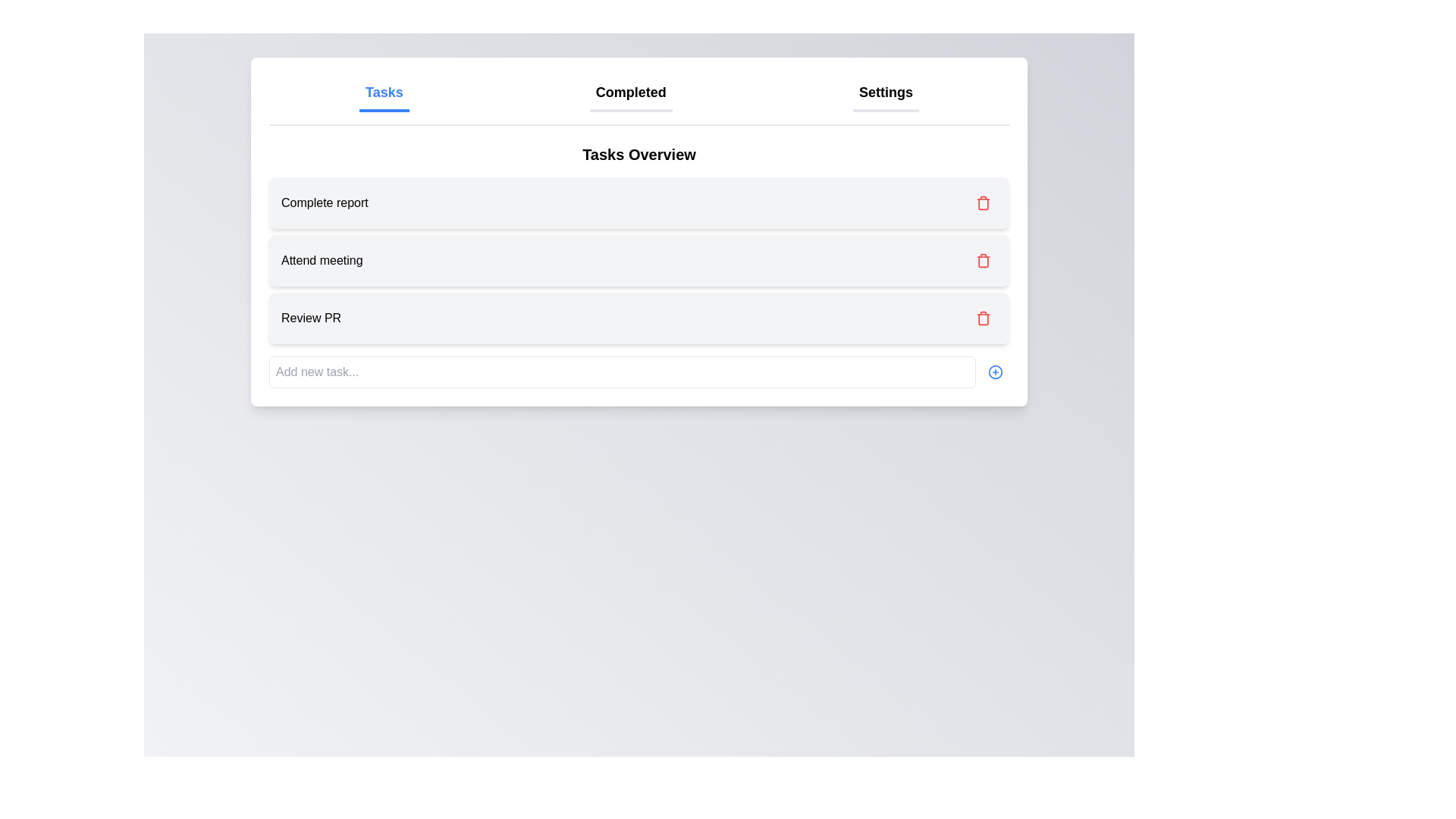 Image resolution: width=1456 pixels, height=819 pixels. Describe the element at coordinates (310, 318) in the screenshot. I see `the non-interactive Text label that displays the name or description of a task for review, located in the third row beneath 'Complete report' and 'Attend meeting'` at that location.